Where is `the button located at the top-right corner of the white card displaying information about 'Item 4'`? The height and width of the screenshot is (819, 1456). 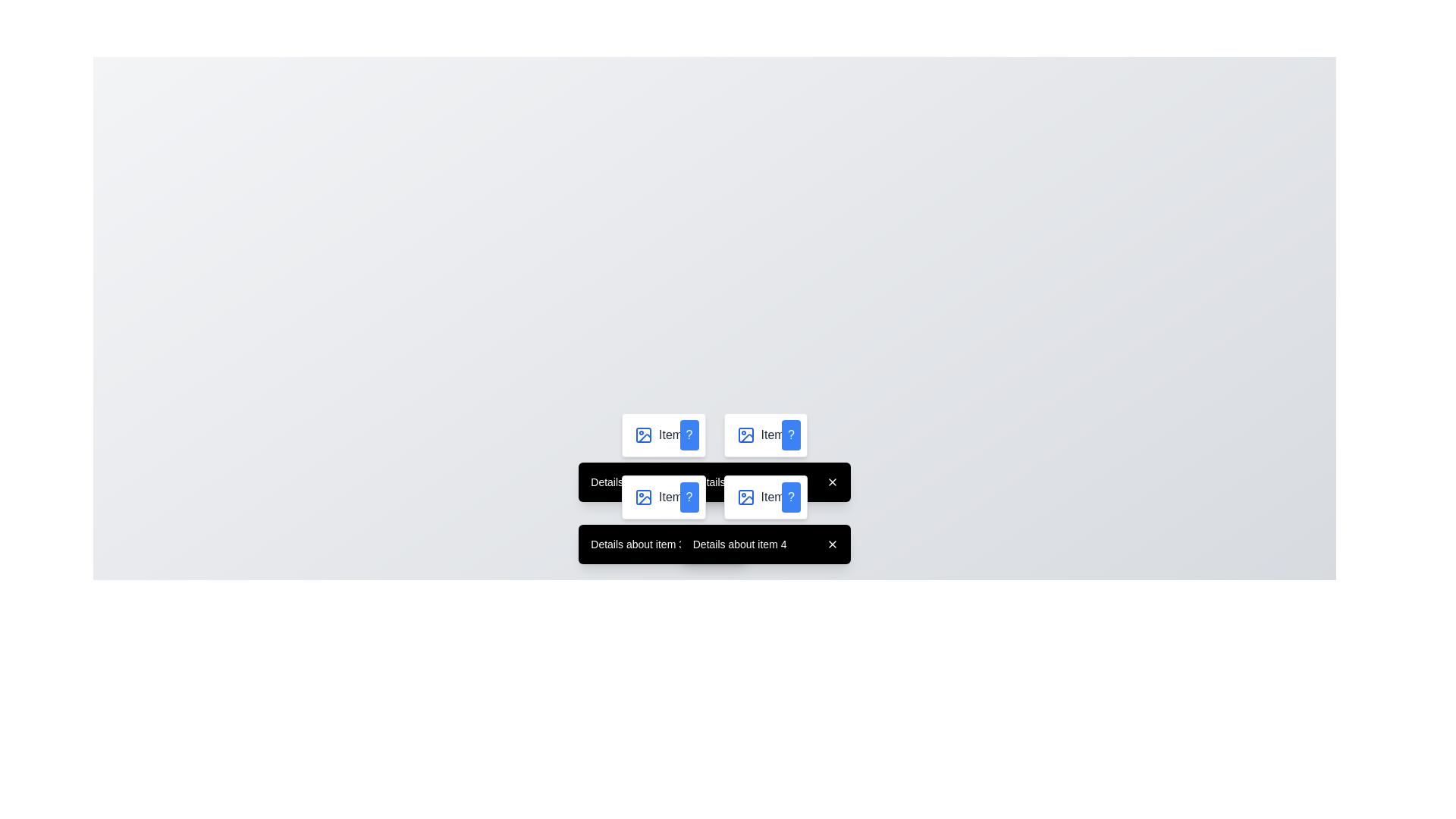
the button located at the top-right corner of the white card displaying information about 'Item 4' is located at coordinates (790, 497).